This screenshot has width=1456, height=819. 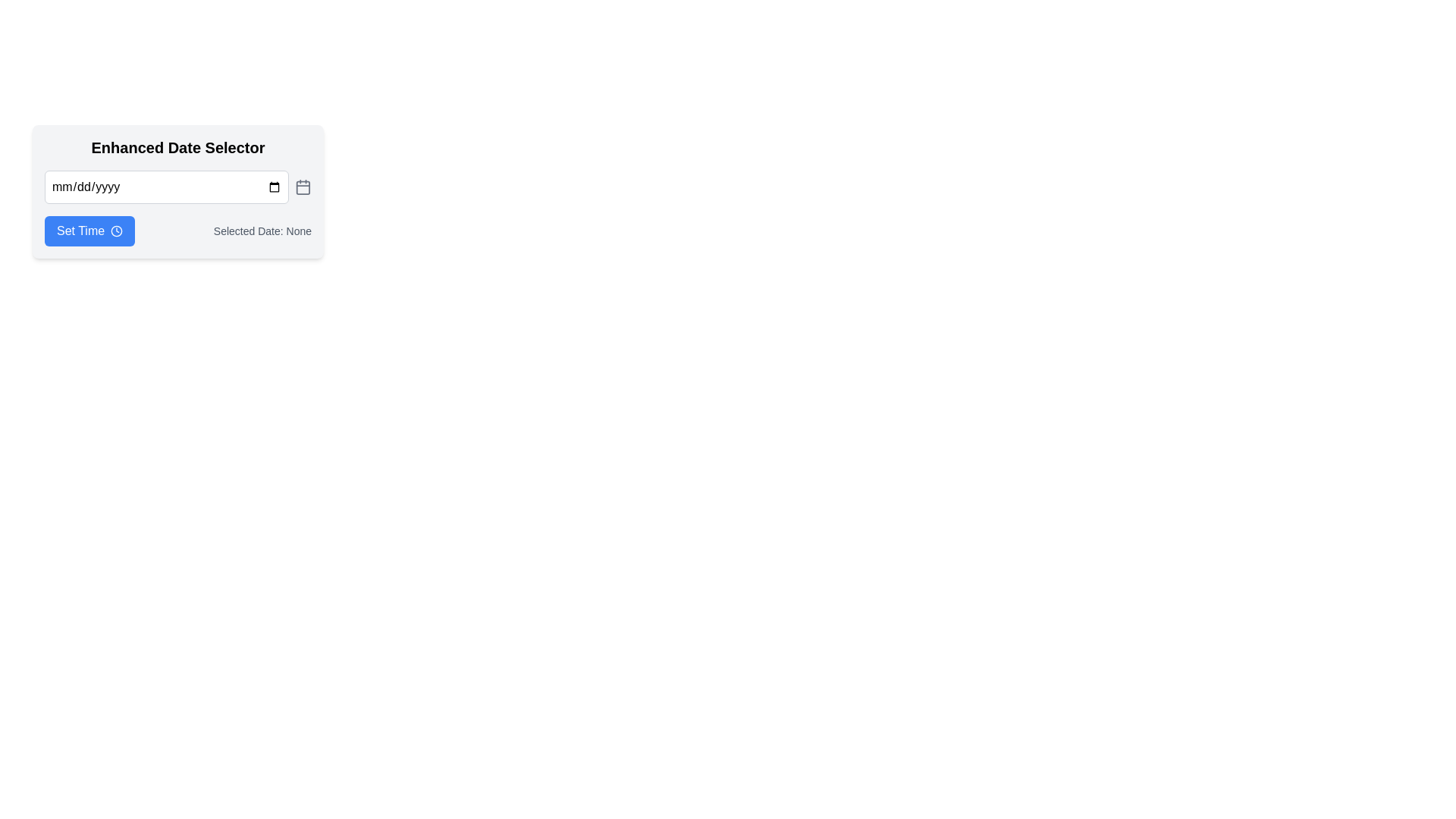 I want to click on the Text Input field for date entry, so click(x=167, y=186).